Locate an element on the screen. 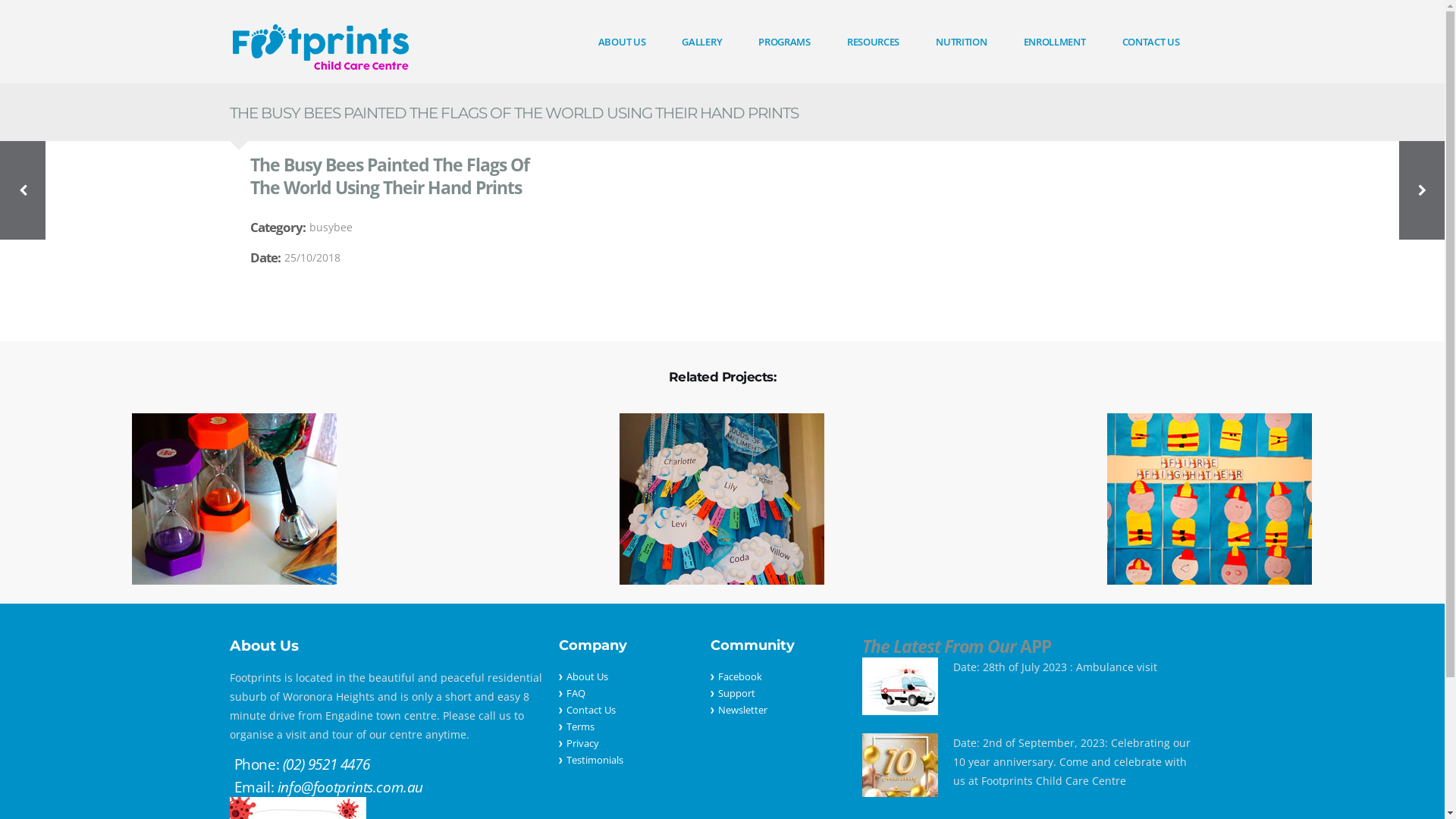 This screenshot has width=1456, height=819. 'Testimonials' is located at coordinates (593, 760).